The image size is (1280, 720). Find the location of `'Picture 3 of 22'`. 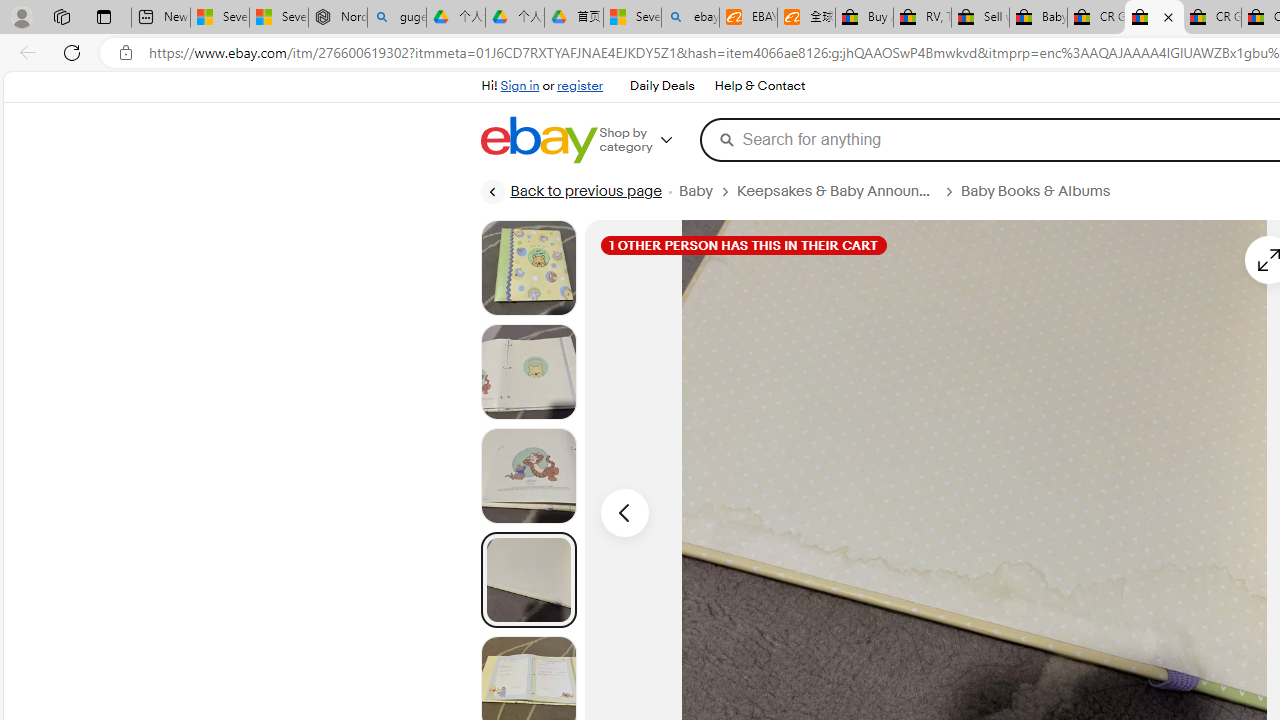

'Picture 3 of 22' is located at coordinates (528, 475).